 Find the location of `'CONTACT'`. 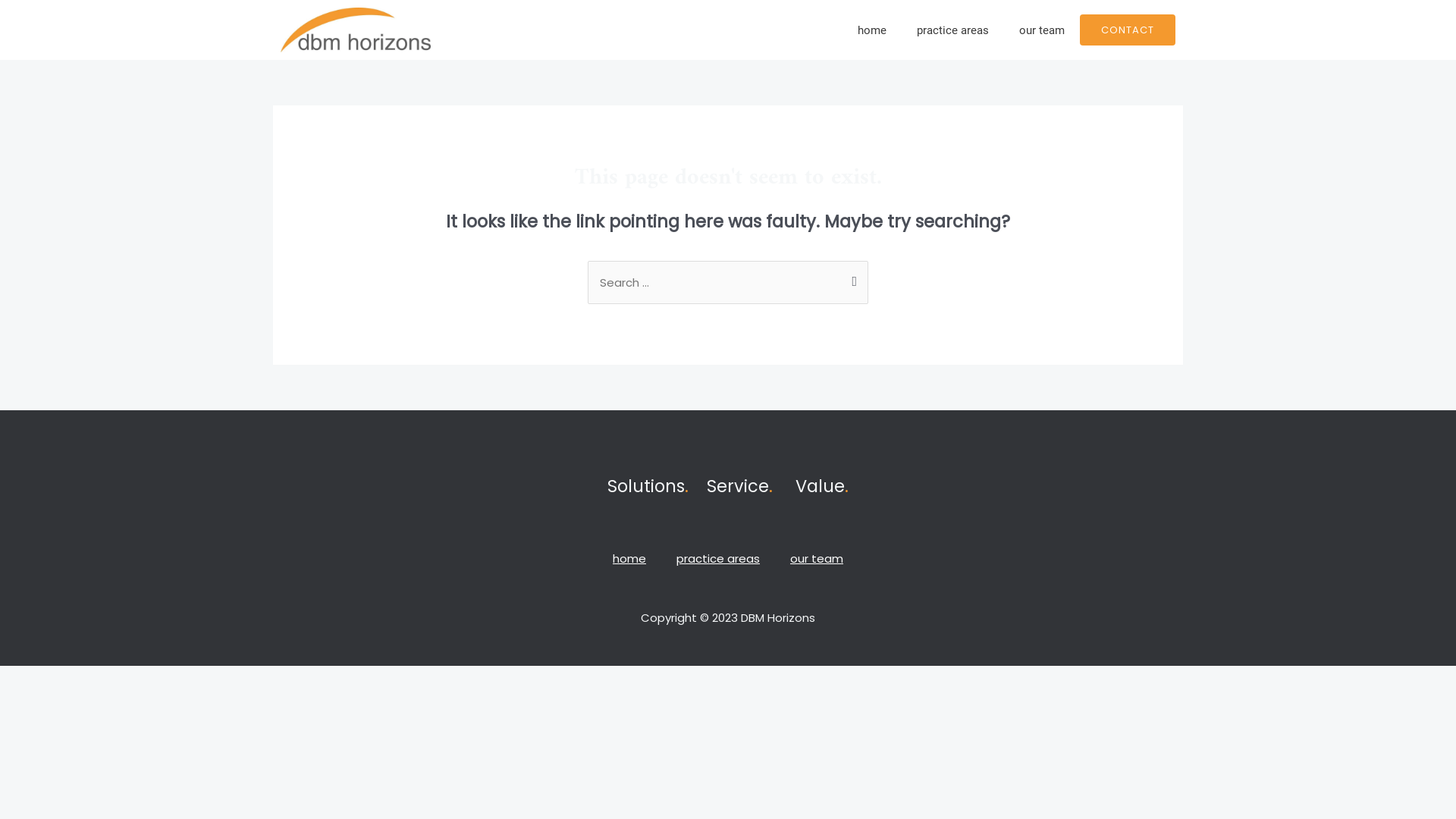

'CONTACT' is located at coordinates (1128, 30).